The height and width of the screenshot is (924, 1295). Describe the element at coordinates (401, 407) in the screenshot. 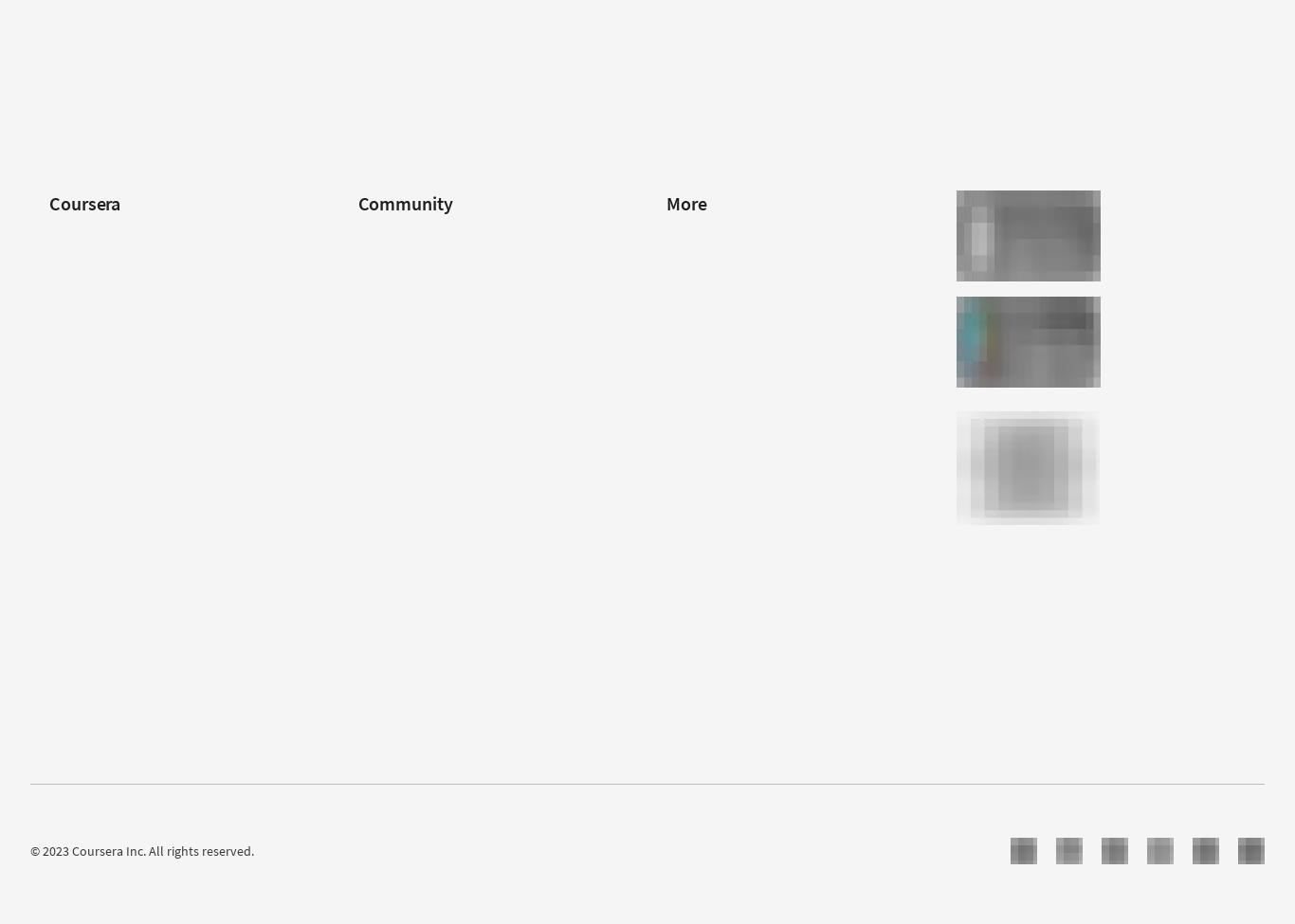

I see `'Teaching Center'` at that location.